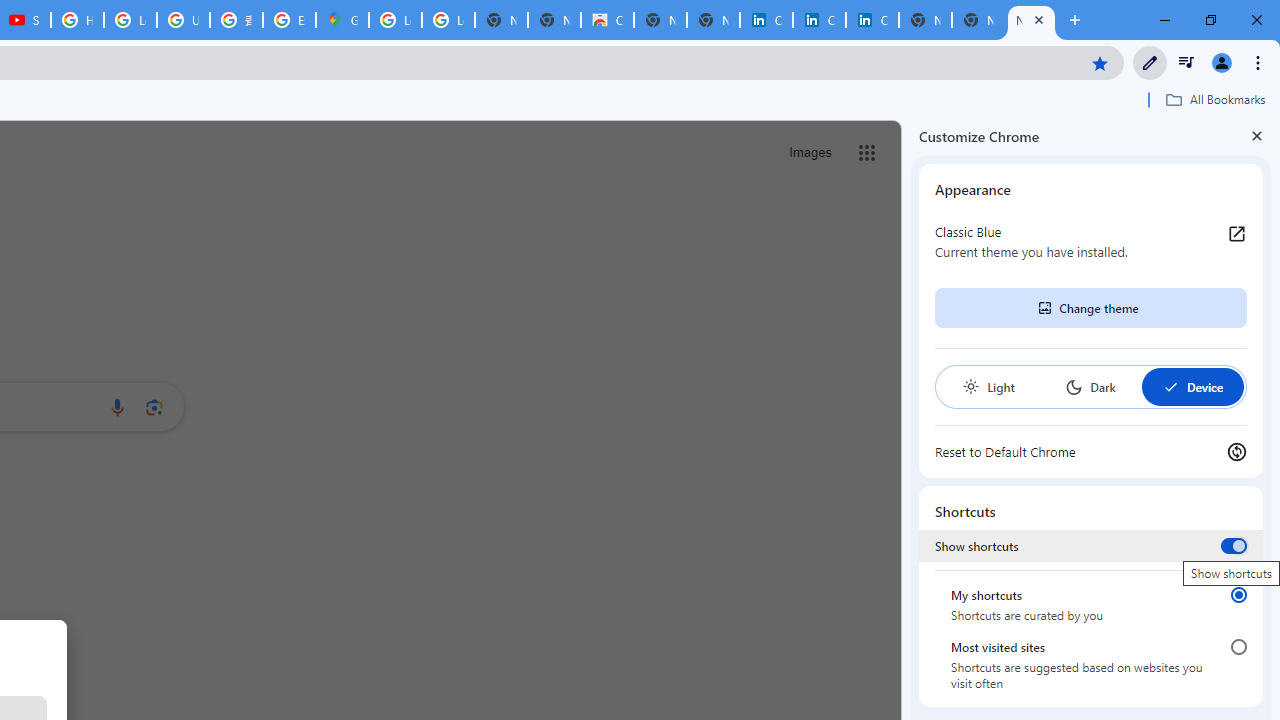 The image size is (1280, 720). What do you see at coordinates (288, 20) in the screenshot?
I see `'Explore new street-level details - Google Maps Help'` at bounding box center [288, 20].